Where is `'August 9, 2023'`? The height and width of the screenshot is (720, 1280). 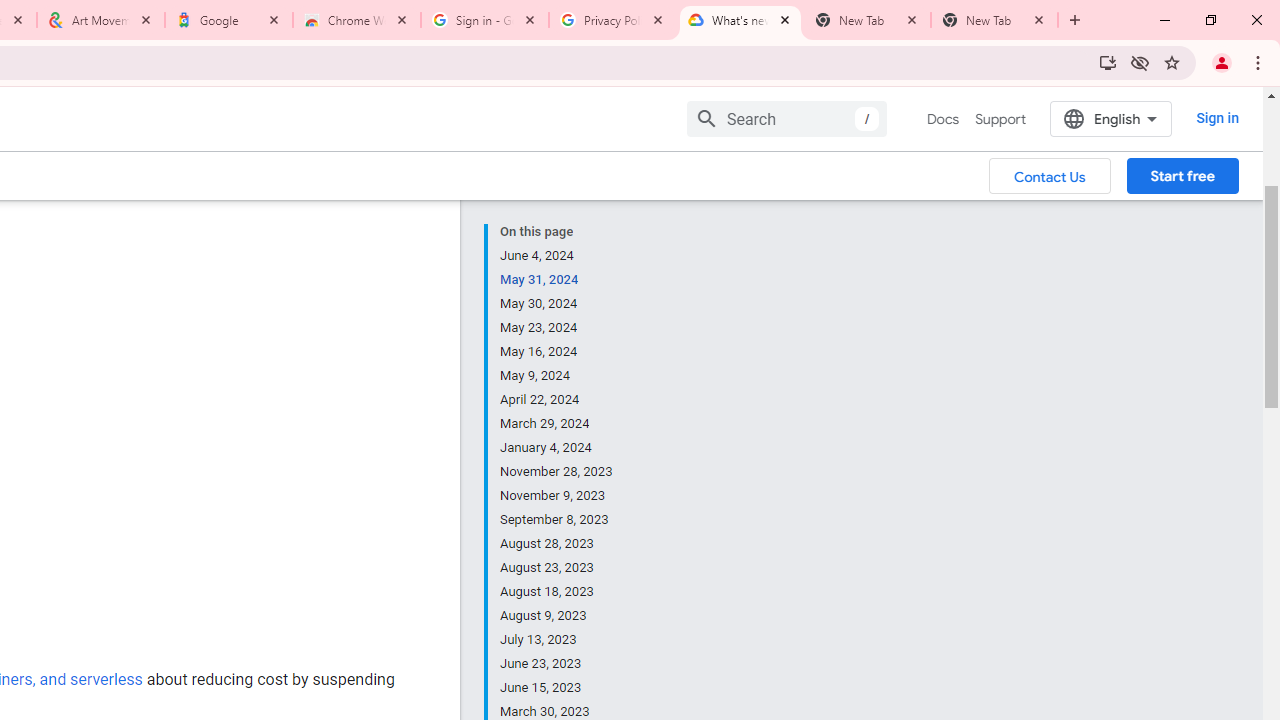 'August 9, 2023' is located at coordinates (557, 614).